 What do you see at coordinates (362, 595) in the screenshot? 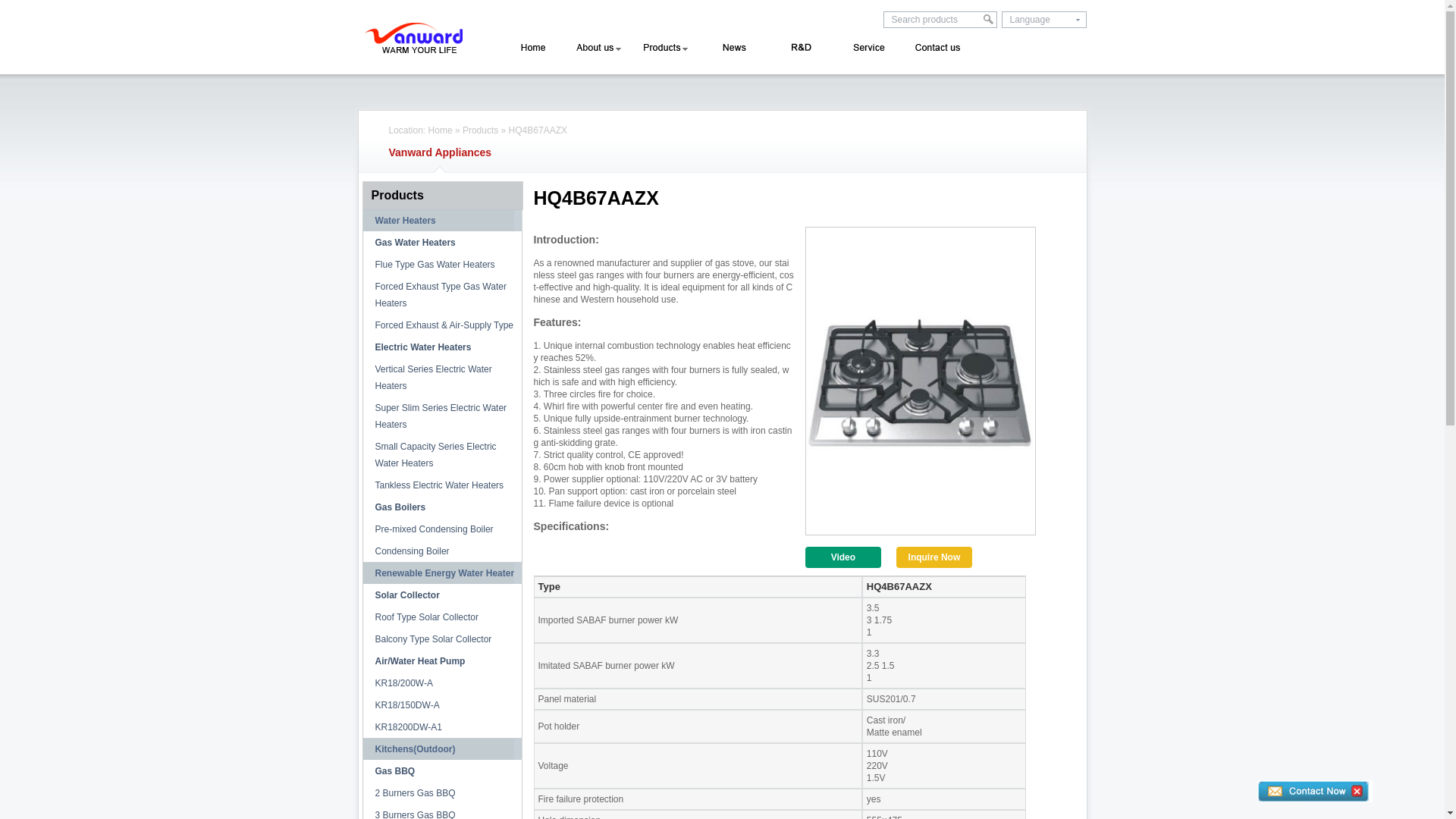
I see `'Solar Collector'` at bounding box center [362, 595].